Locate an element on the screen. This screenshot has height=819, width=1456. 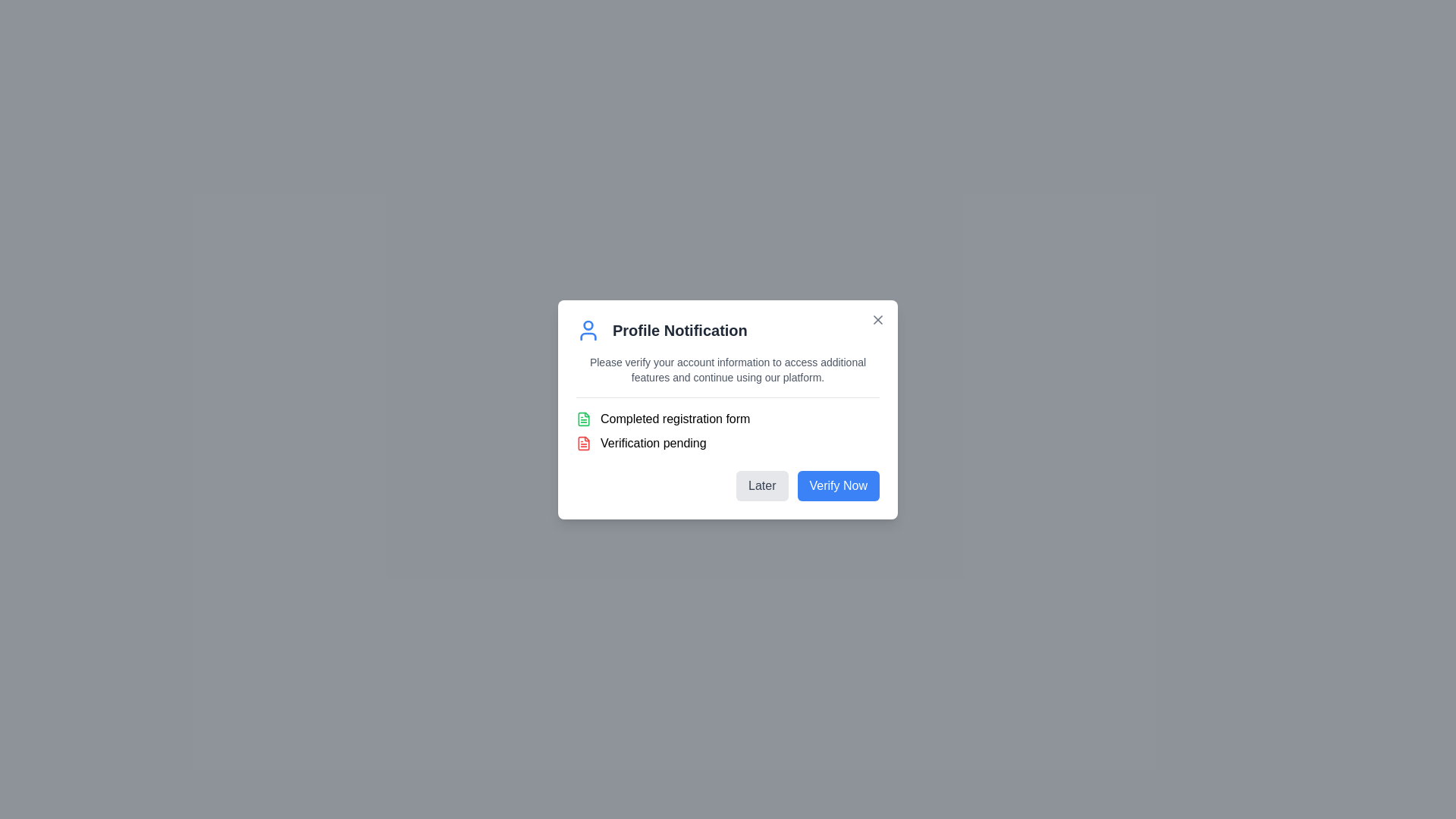
the instructional text located below the 'Profile Notification' title in the dialog box, which is styled with a smaller font size and gray coloration is located at coordinates (728, 369).